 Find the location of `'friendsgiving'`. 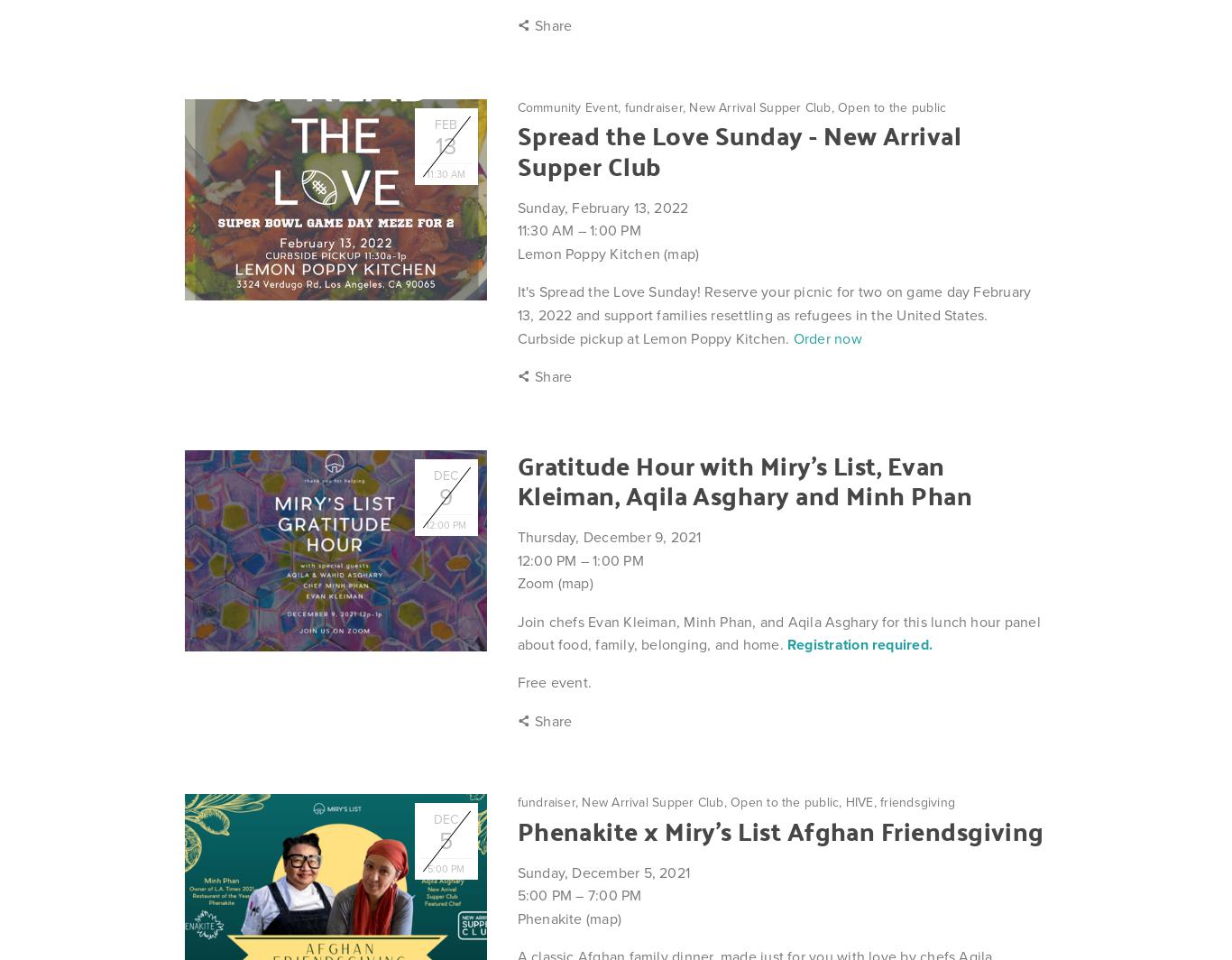

'friendsgiving' is located at coordinates (880, 802).